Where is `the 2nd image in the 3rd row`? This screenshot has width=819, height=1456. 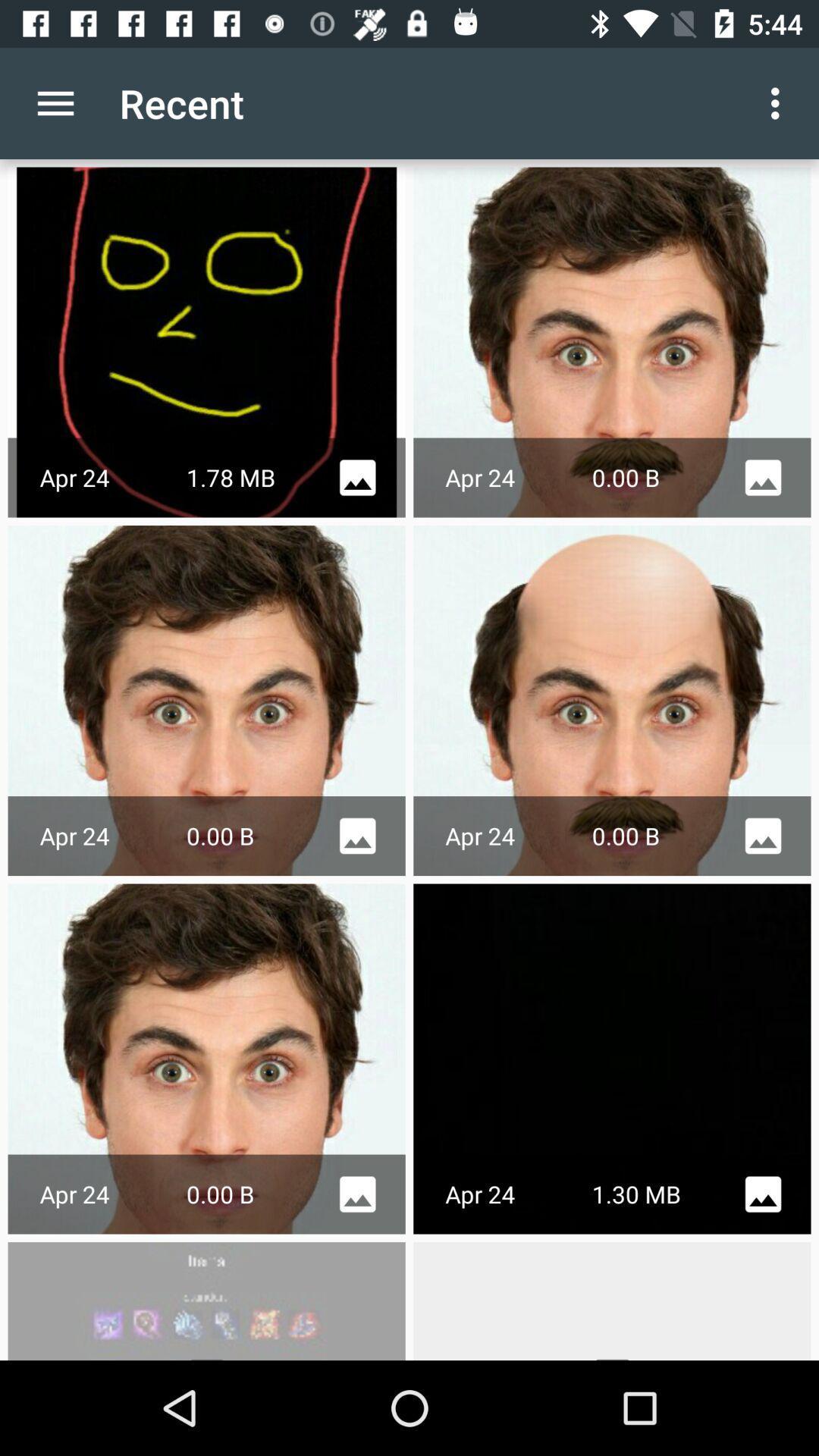
the 2nd image in the 3rd row is located at coordinates (611, 1058).